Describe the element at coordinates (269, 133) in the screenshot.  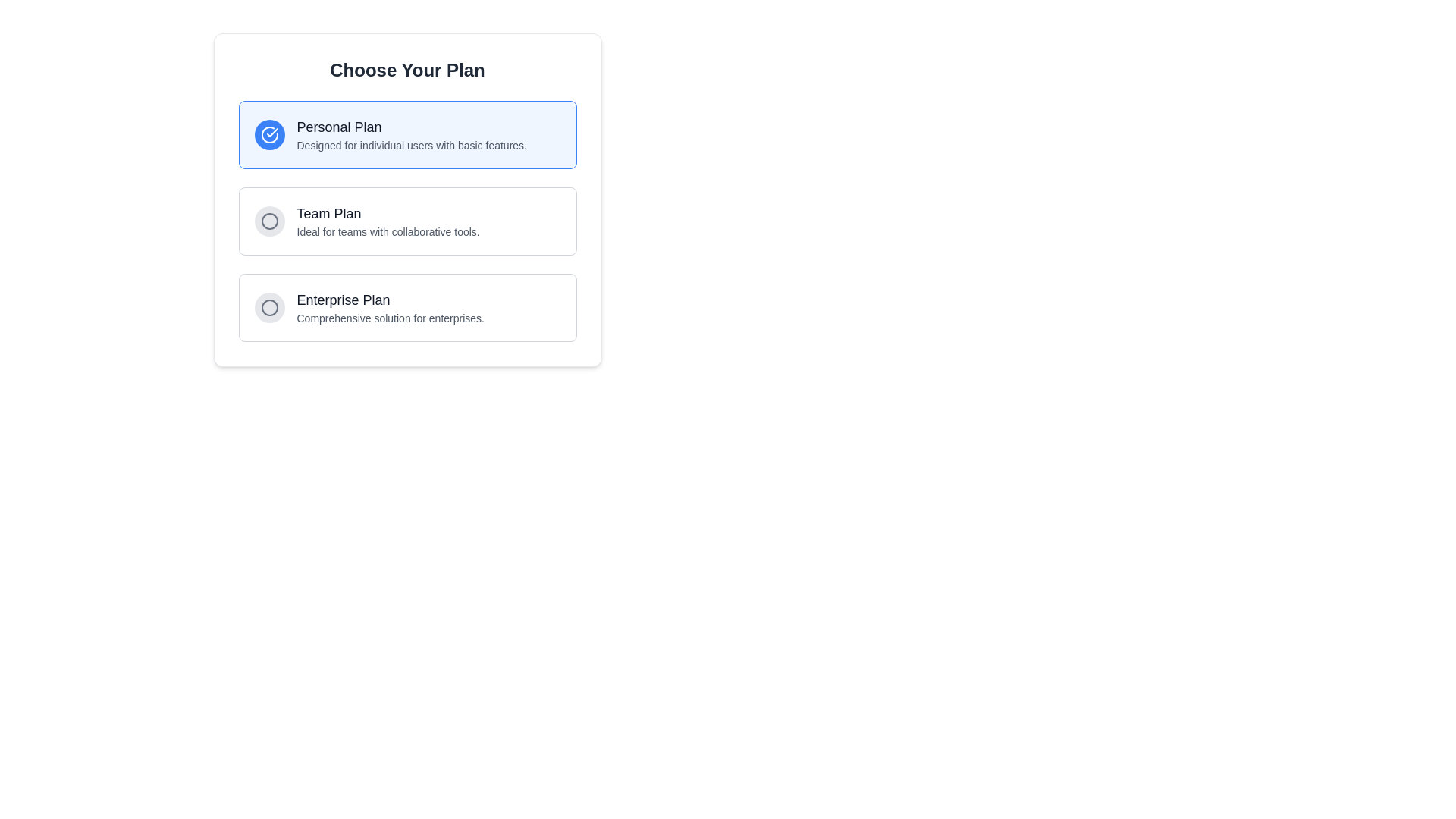
I see `the icon that indicates the currently selected plan, which is centered within the blue circular badge to the left of the 'Personal Plan' text in the 'Choose Your Plan' section` at that location.